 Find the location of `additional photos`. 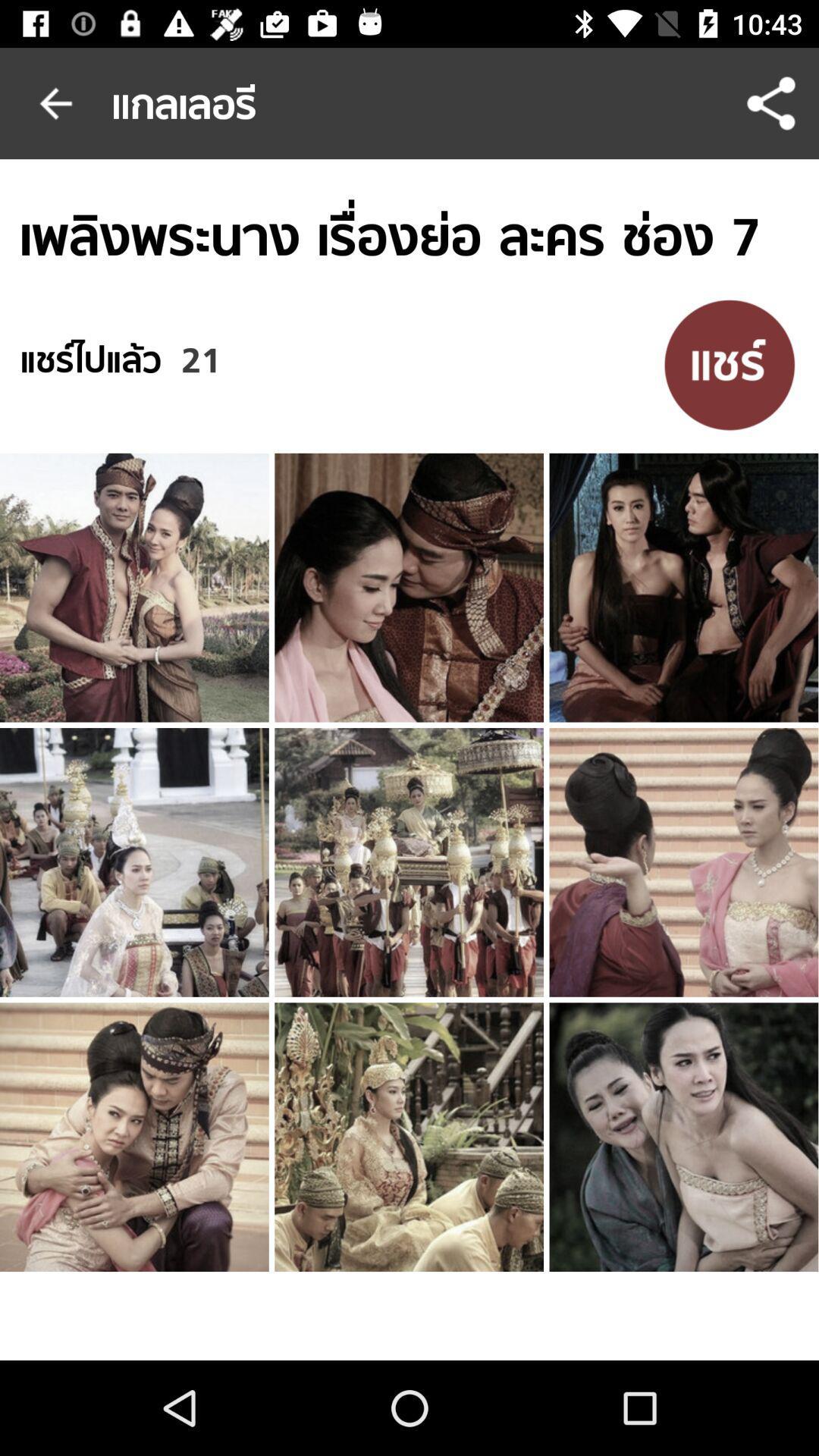

additional photos is located at coordinates (729, 364).